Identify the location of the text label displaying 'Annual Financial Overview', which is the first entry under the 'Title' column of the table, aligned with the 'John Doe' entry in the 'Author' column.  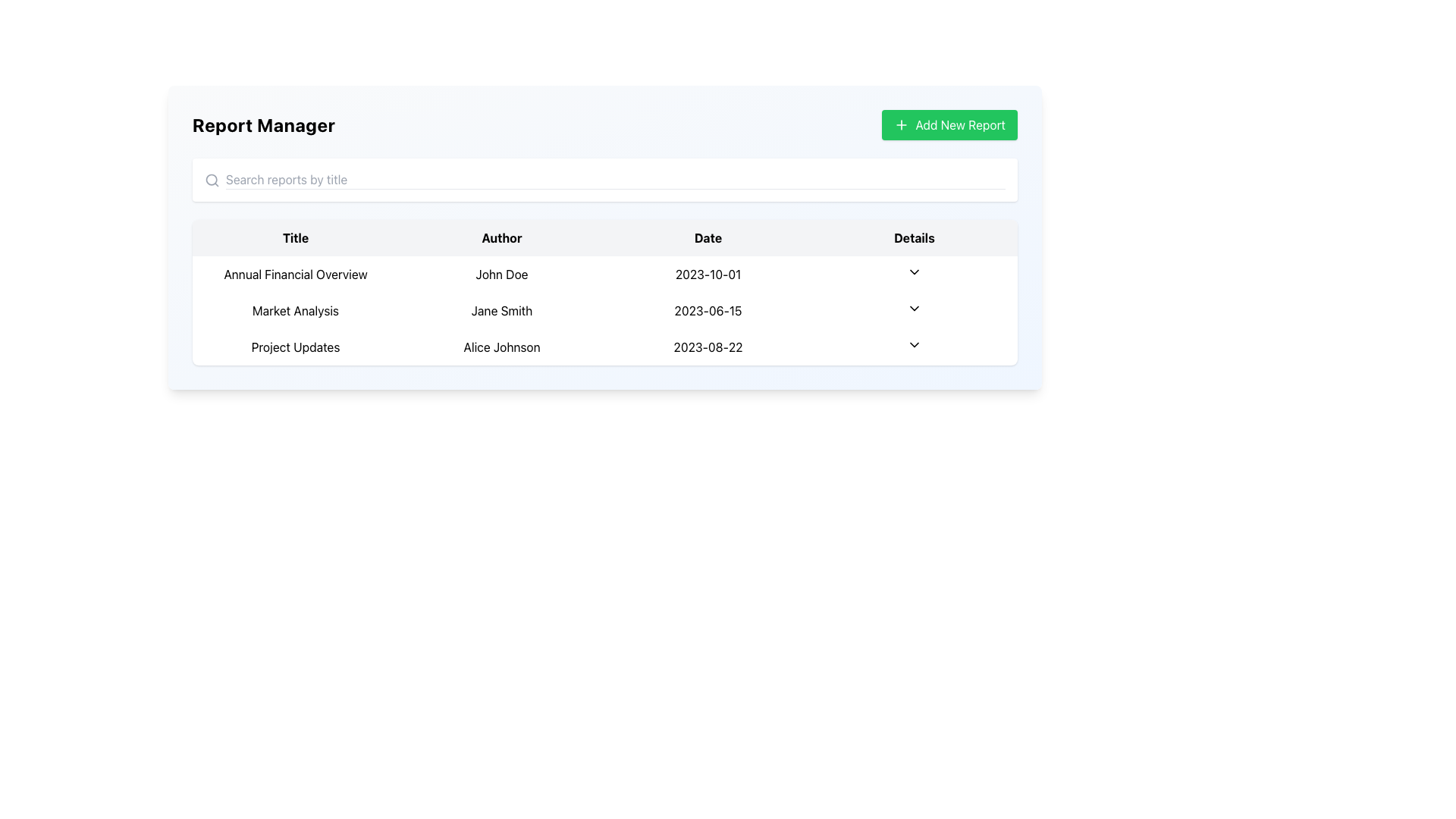
(295, 275).